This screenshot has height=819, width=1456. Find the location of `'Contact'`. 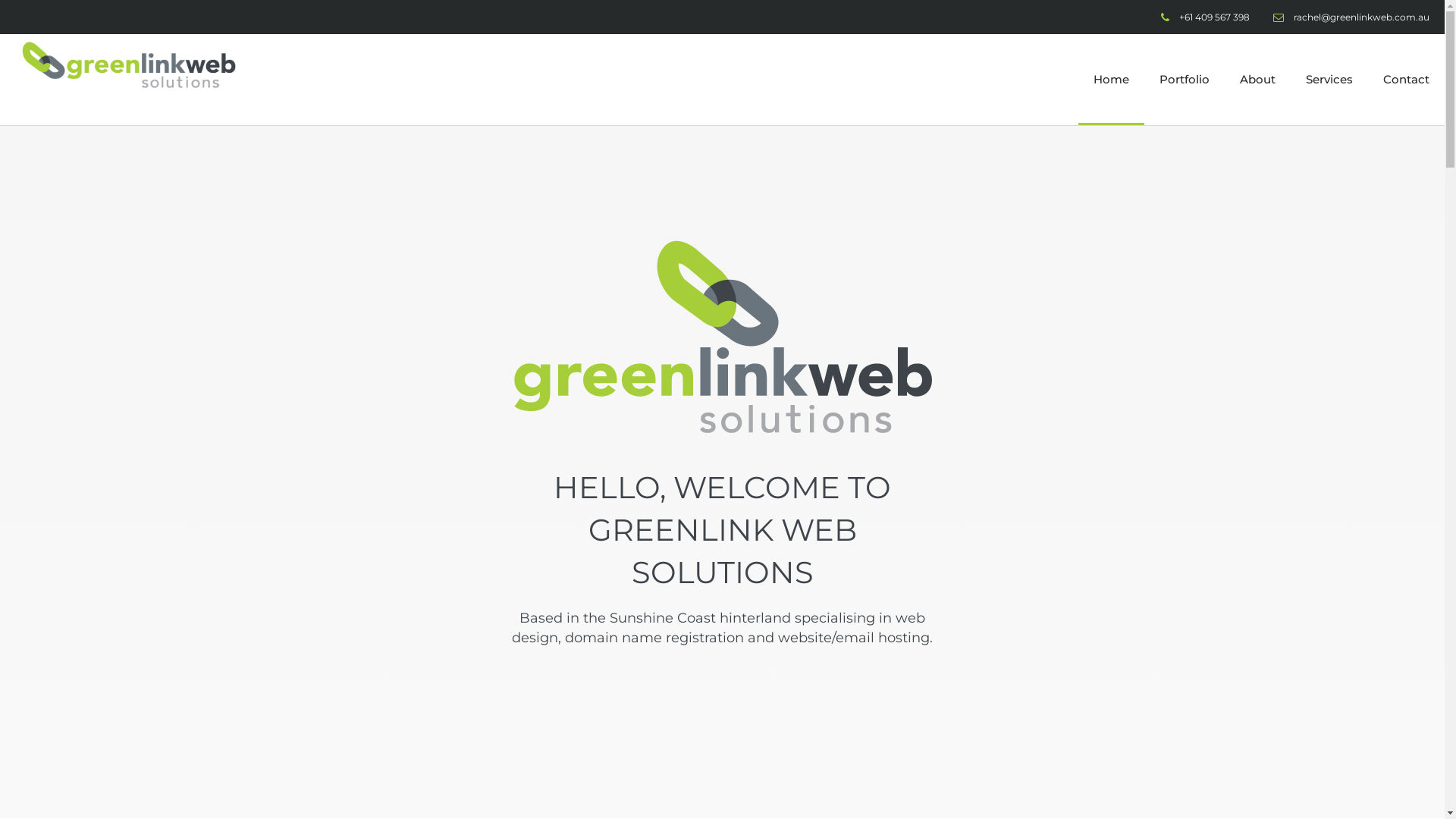

'Contact' is located at coordinates (1405, 79).